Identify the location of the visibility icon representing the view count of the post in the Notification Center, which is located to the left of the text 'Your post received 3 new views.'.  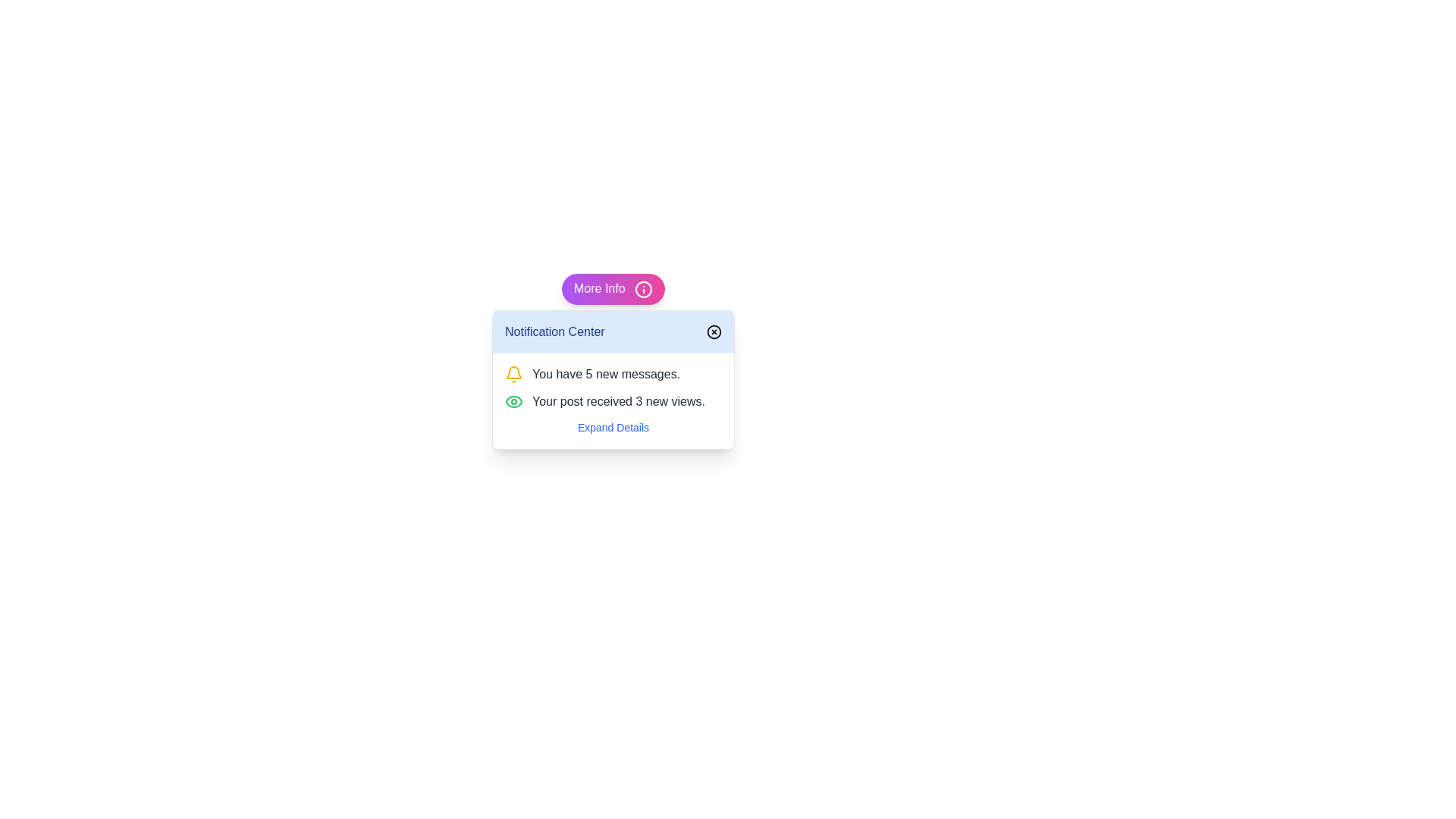
(513, 400).